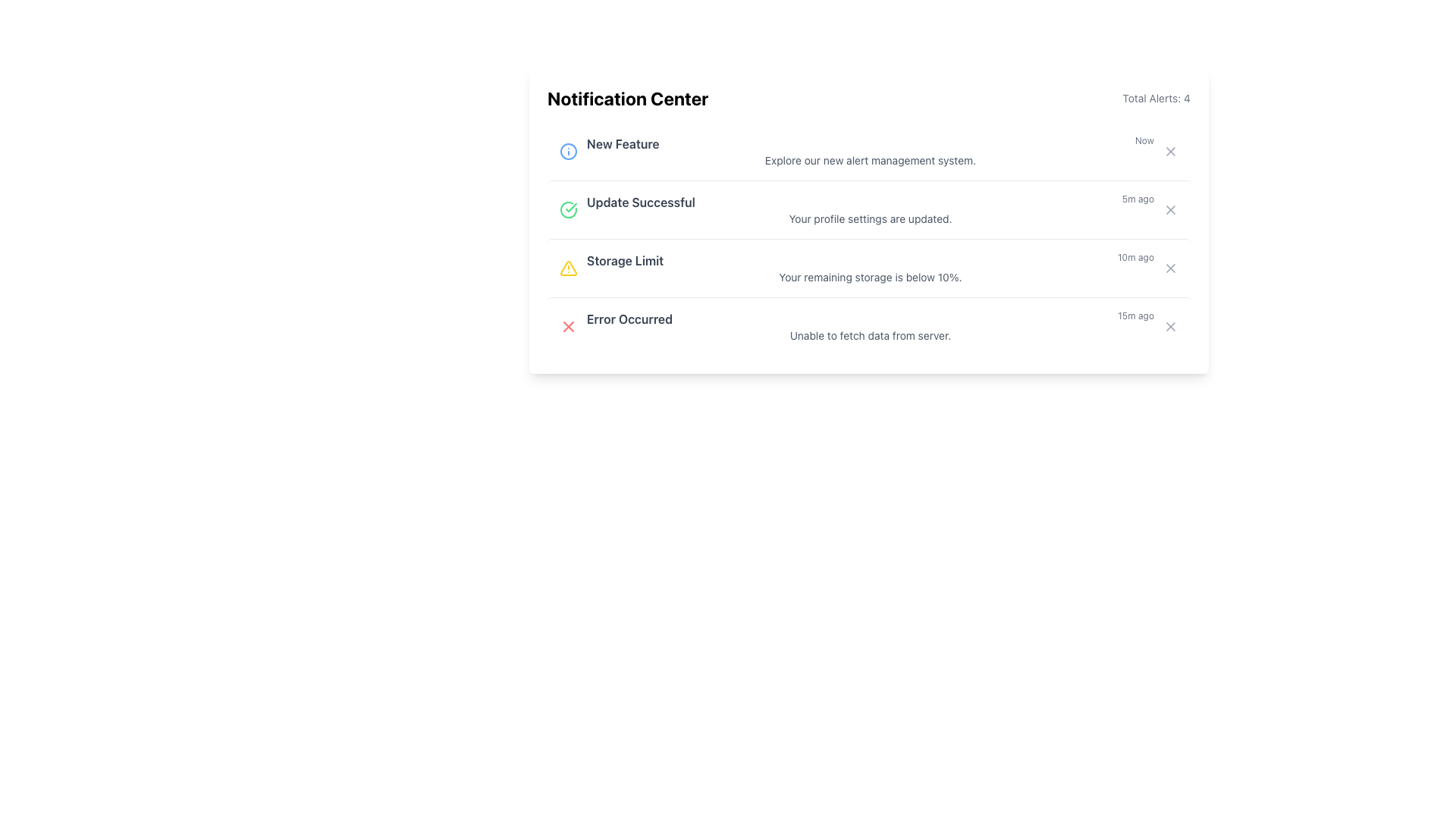 The height and width of the screenshot is (819, 1456). What do you see at coordinates (870, 335) in the screenshot?
I see `the text element that reads 'Unable to fetch data from server.' which is styled with a small gray font and located beneath the heading 'Error Occurred' in the fourth notification entry` at bounding box center [870, 335].